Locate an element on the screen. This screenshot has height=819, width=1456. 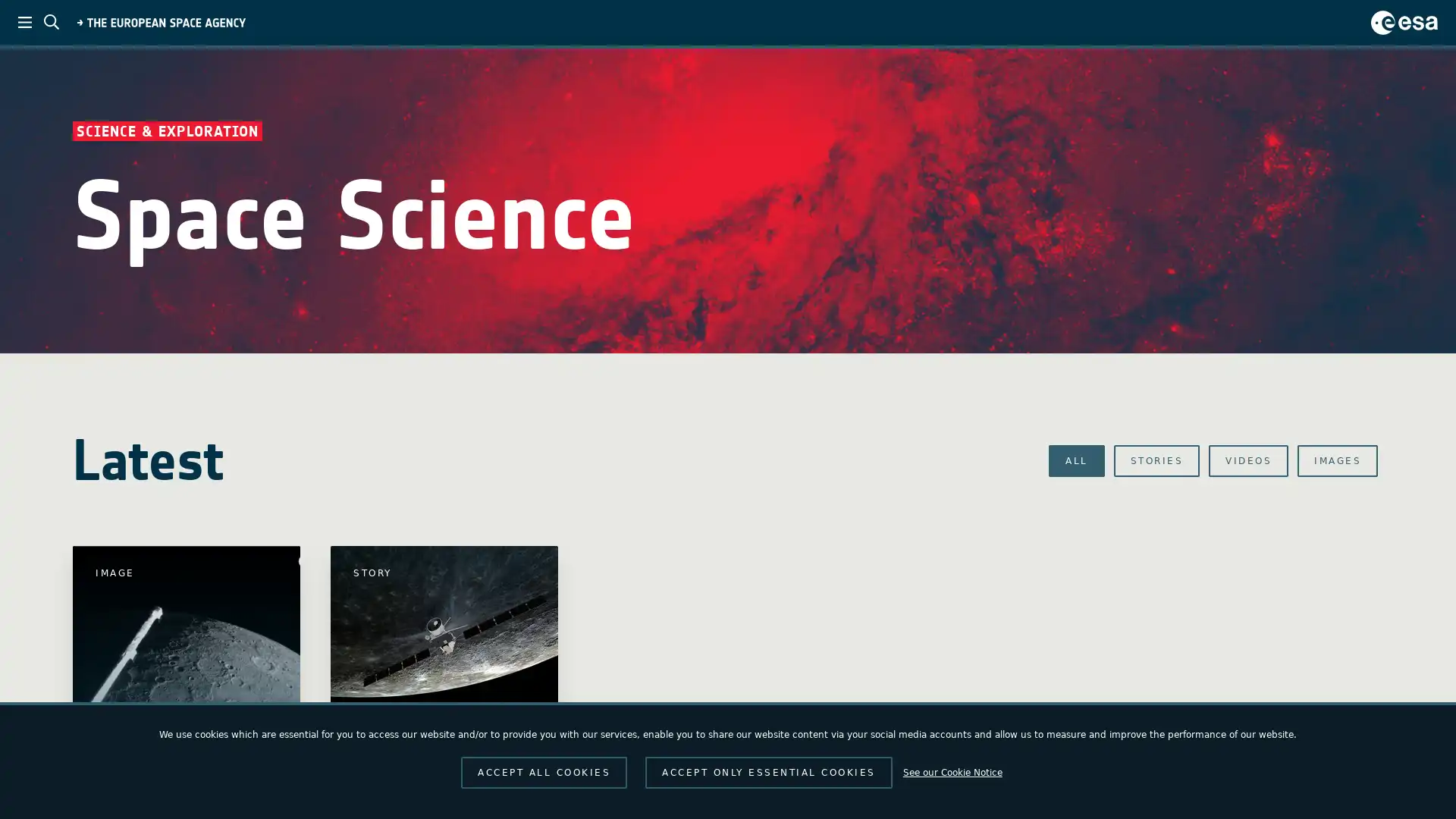
VIDEOS is located at coordinates (1248, 459).